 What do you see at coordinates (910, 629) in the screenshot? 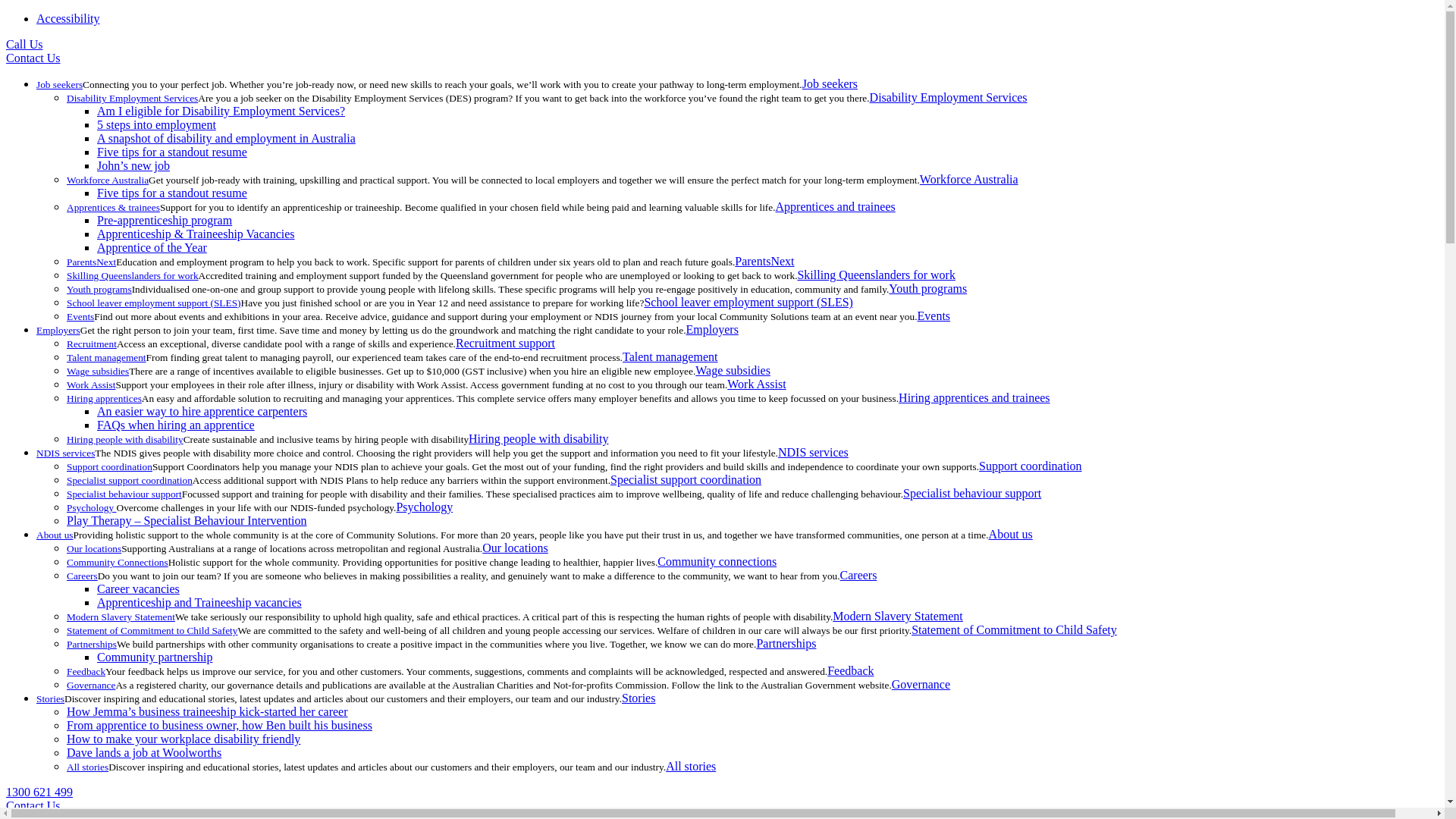
I see `'Statement of Commitment to Child Safety'` at bounding box center [910, 629].